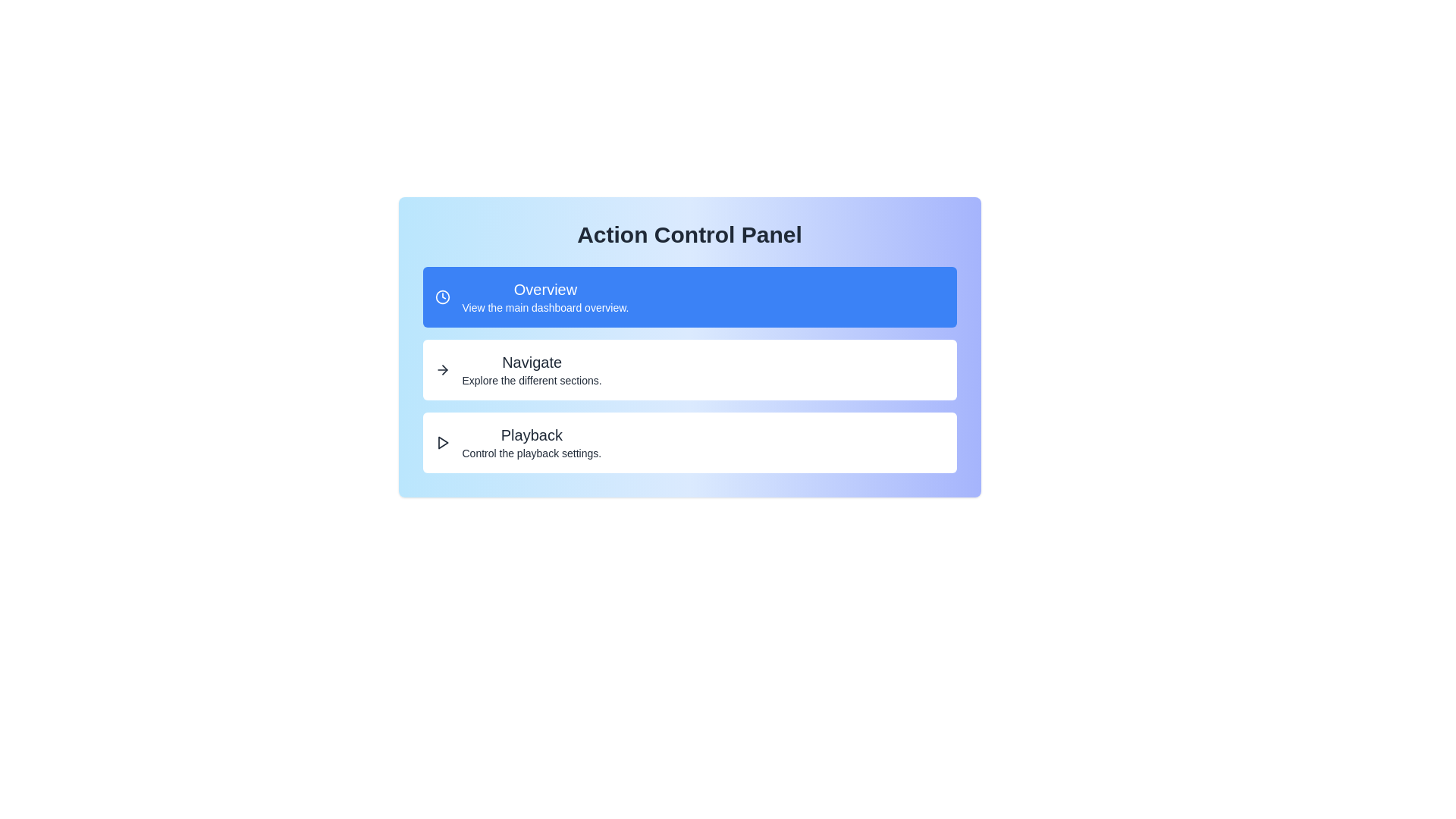 Image resolution: width=1456 pixels, height=819 pixels. Describe the element at coordinates (545, 307) in the screenshot. I see `the descriptive text label located below the 'Overview' title within the blue rectangular box in the top section of the interface` at that location.